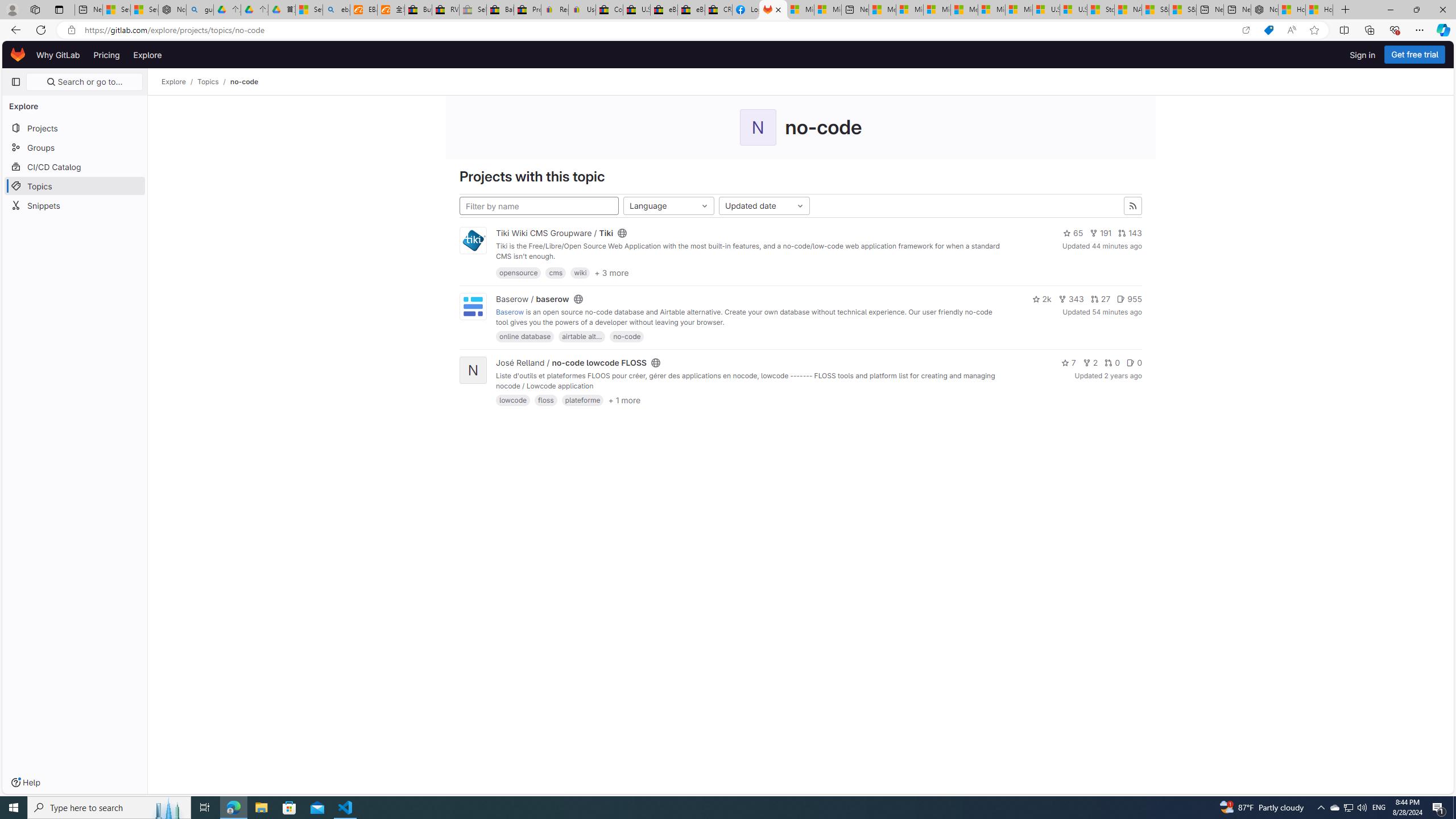 This screenshot has width=1456, height=819. What do you see at coordinates (764, 205) in the screenshot?
I see `'Updated date'` at bounding box center [764, 205].